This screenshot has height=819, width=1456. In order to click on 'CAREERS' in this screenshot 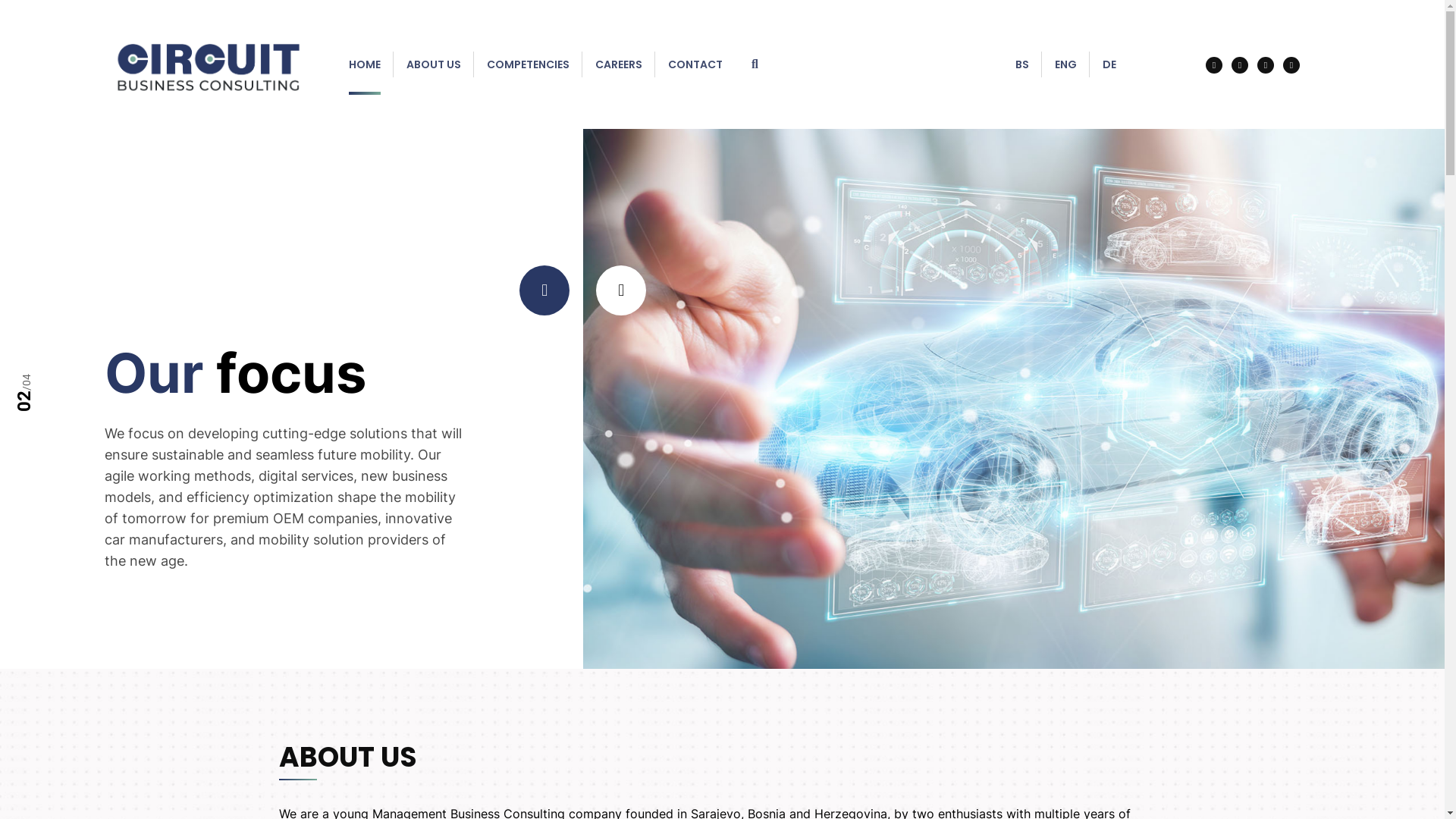, I will do `click(619, 63)`.